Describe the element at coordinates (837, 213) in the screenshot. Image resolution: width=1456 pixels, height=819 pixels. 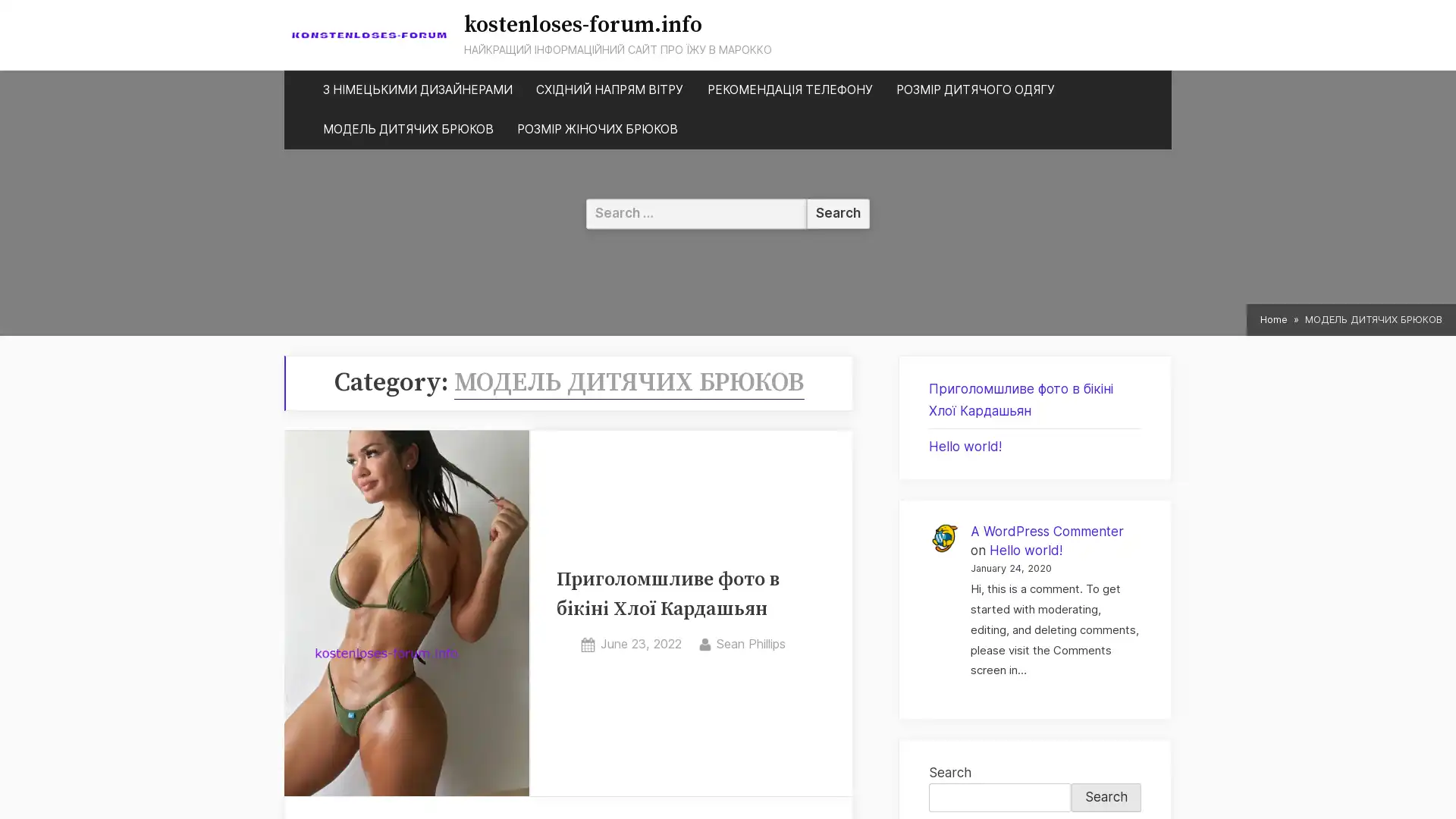
I see `Search` at that location.